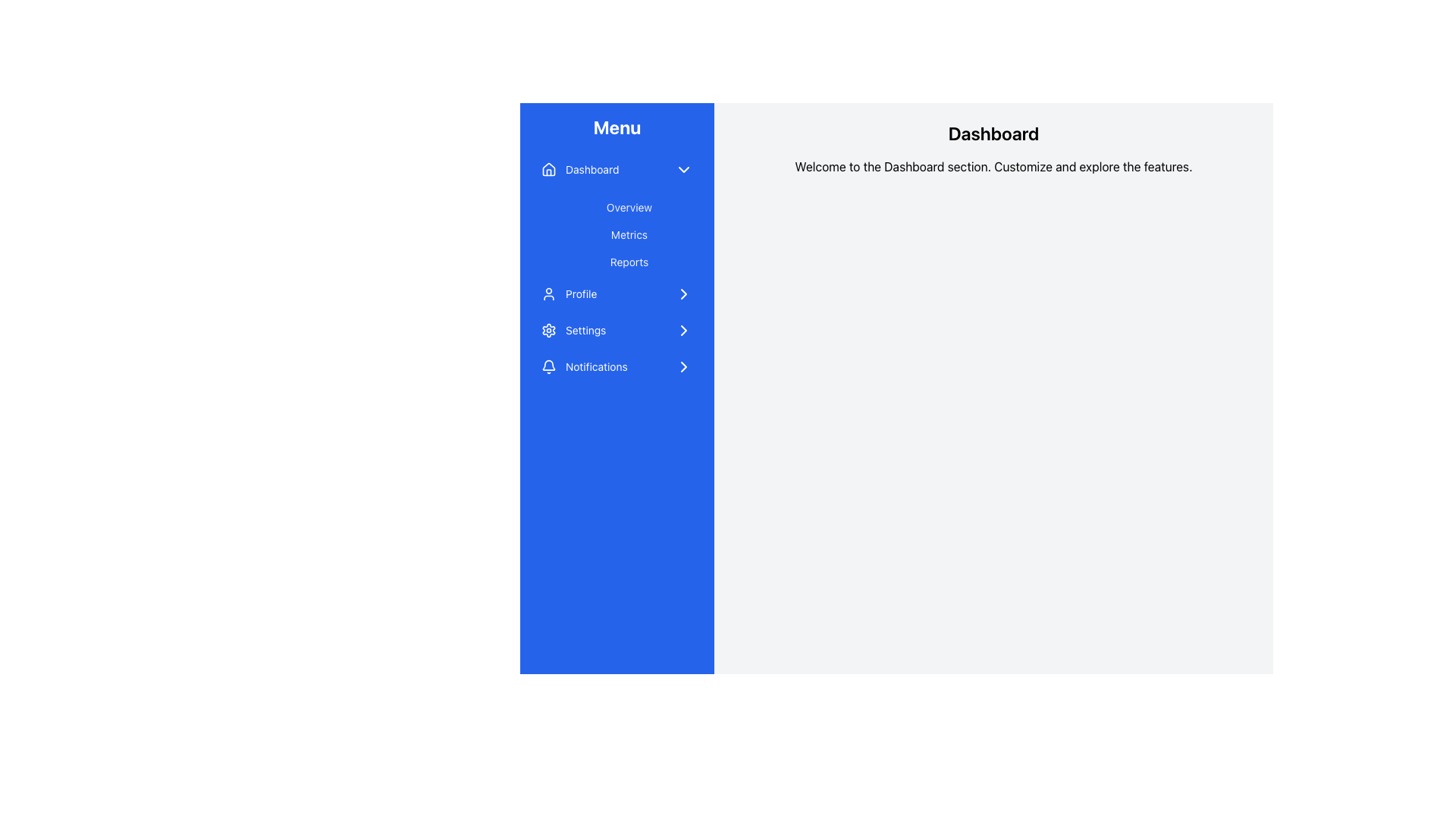  Describe the element at coordinates (617, 268) in the screenshot. I see `the 'Reports' text item in the menu for keyboard navigation, located under the 'Dashboard' submenu, positioned below 'Metrics' and above 'Profile'` at that location.